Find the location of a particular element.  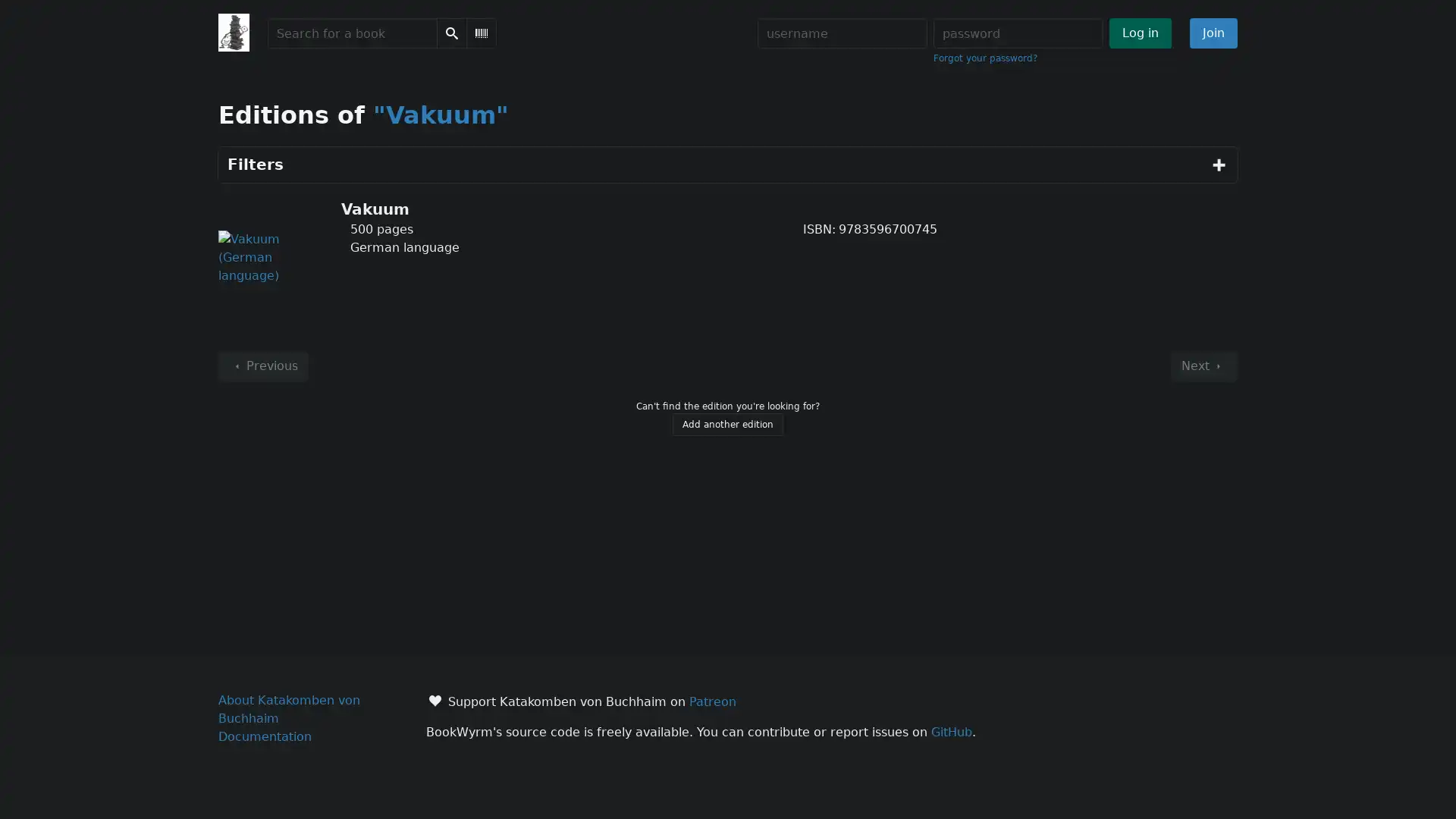

Scan Barcode is located at coordinates (479, 33).